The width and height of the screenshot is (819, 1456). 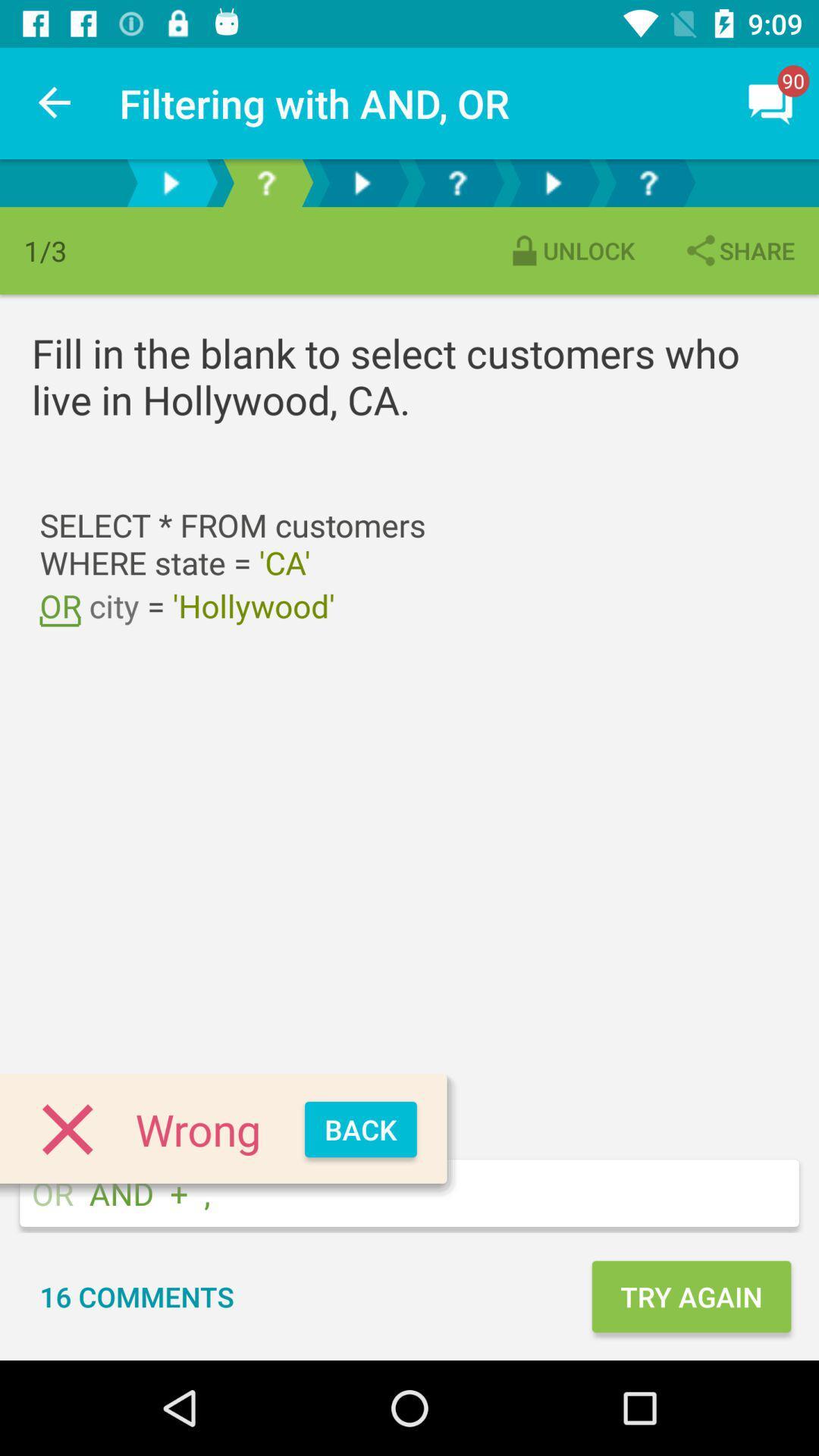 I want to click on the item above the share icon, so click(x=771, y=102).